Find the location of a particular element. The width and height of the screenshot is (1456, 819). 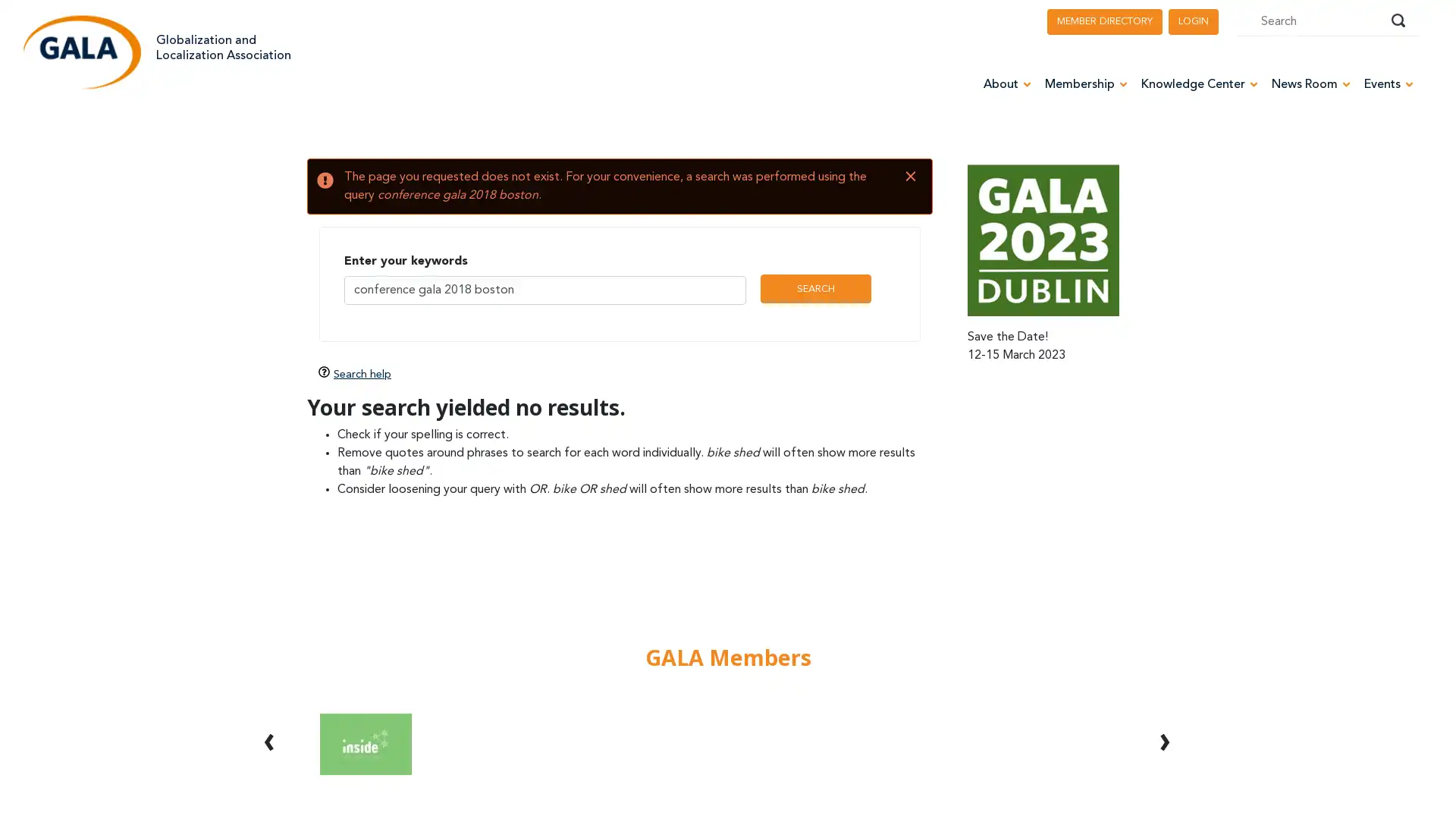

SEARCH is located at coordinates (814, 289).